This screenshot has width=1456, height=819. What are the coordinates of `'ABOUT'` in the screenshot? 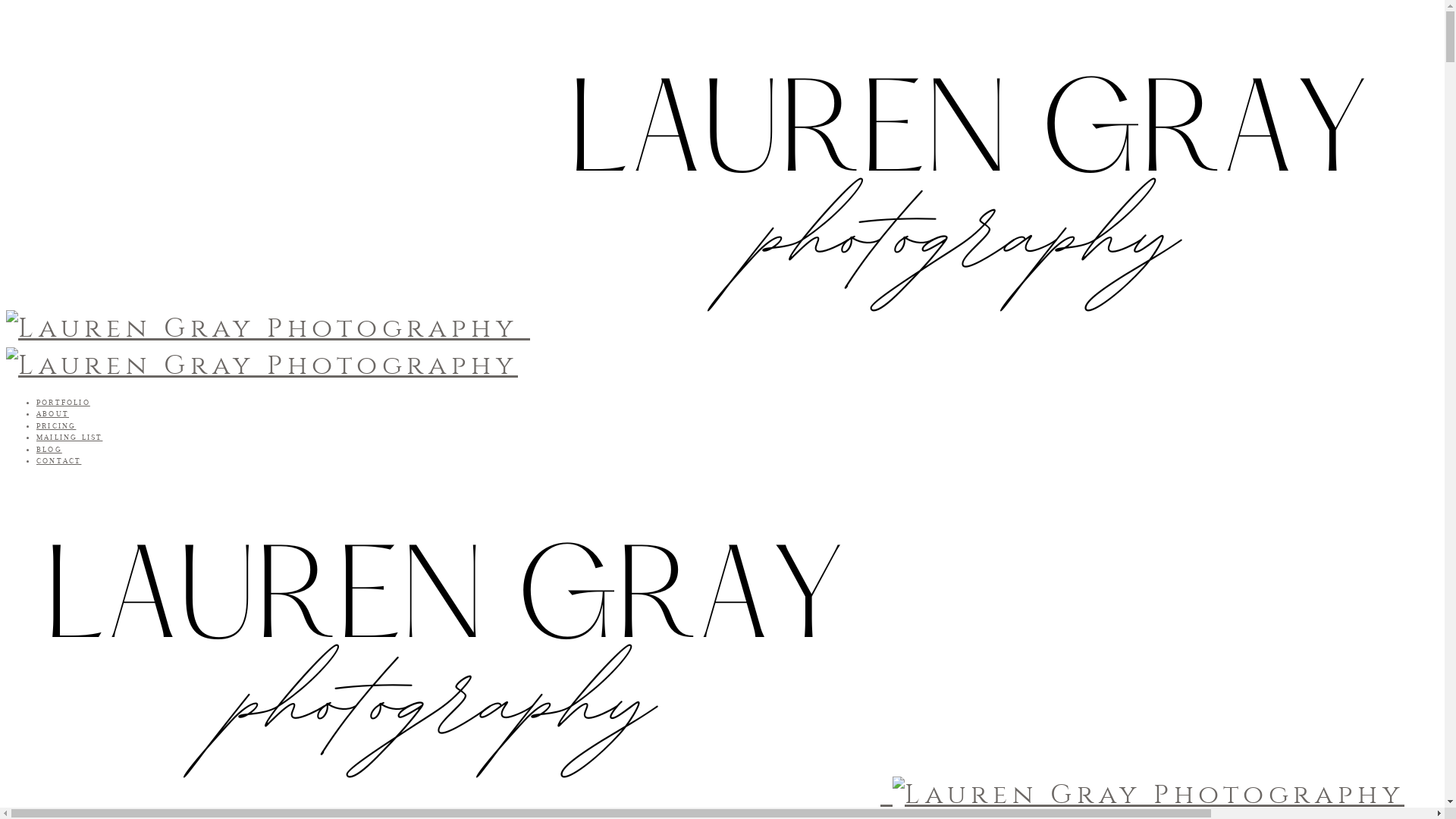 It's located at (36, 413).